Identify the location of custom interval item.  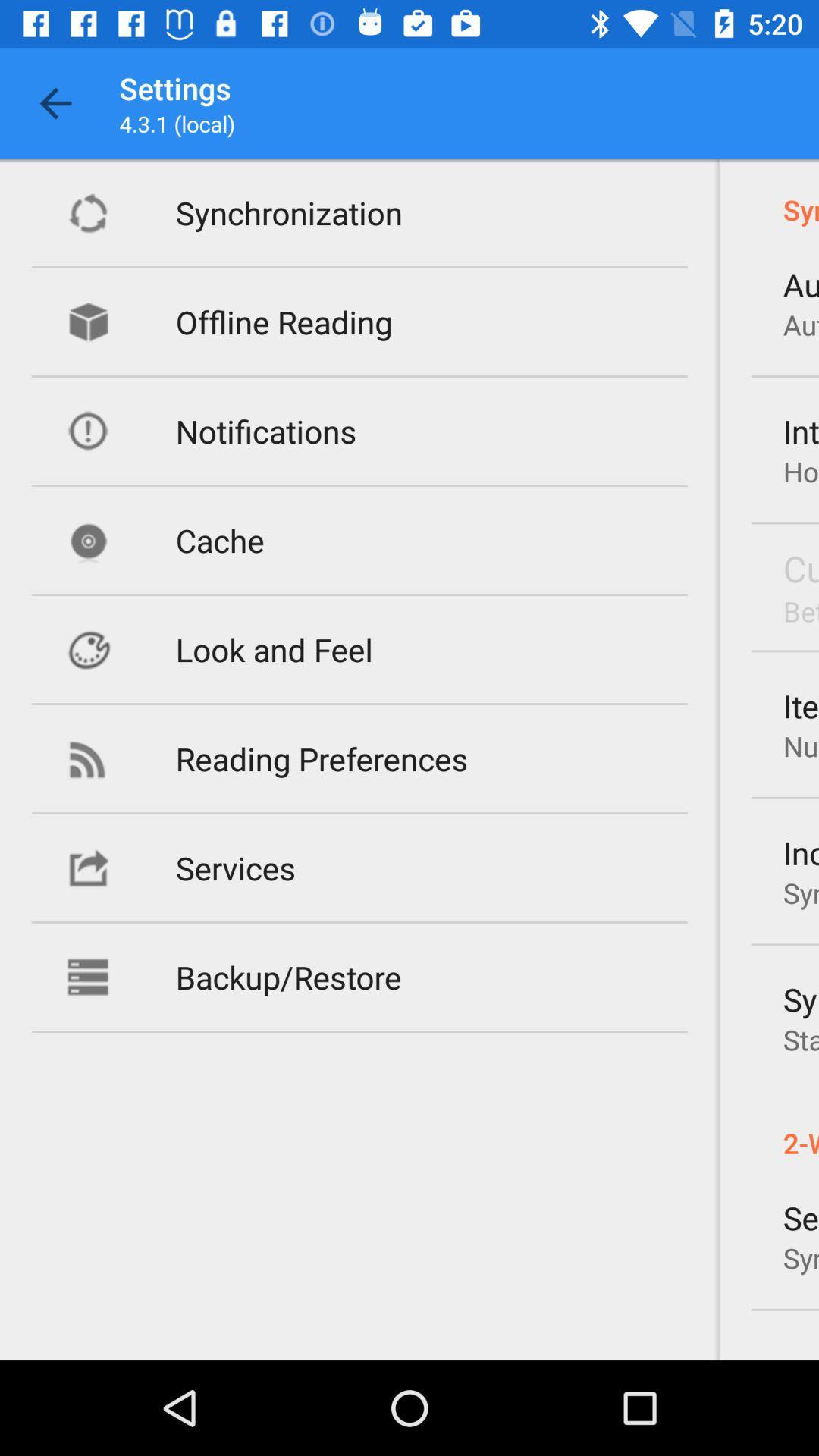
(800, 567).